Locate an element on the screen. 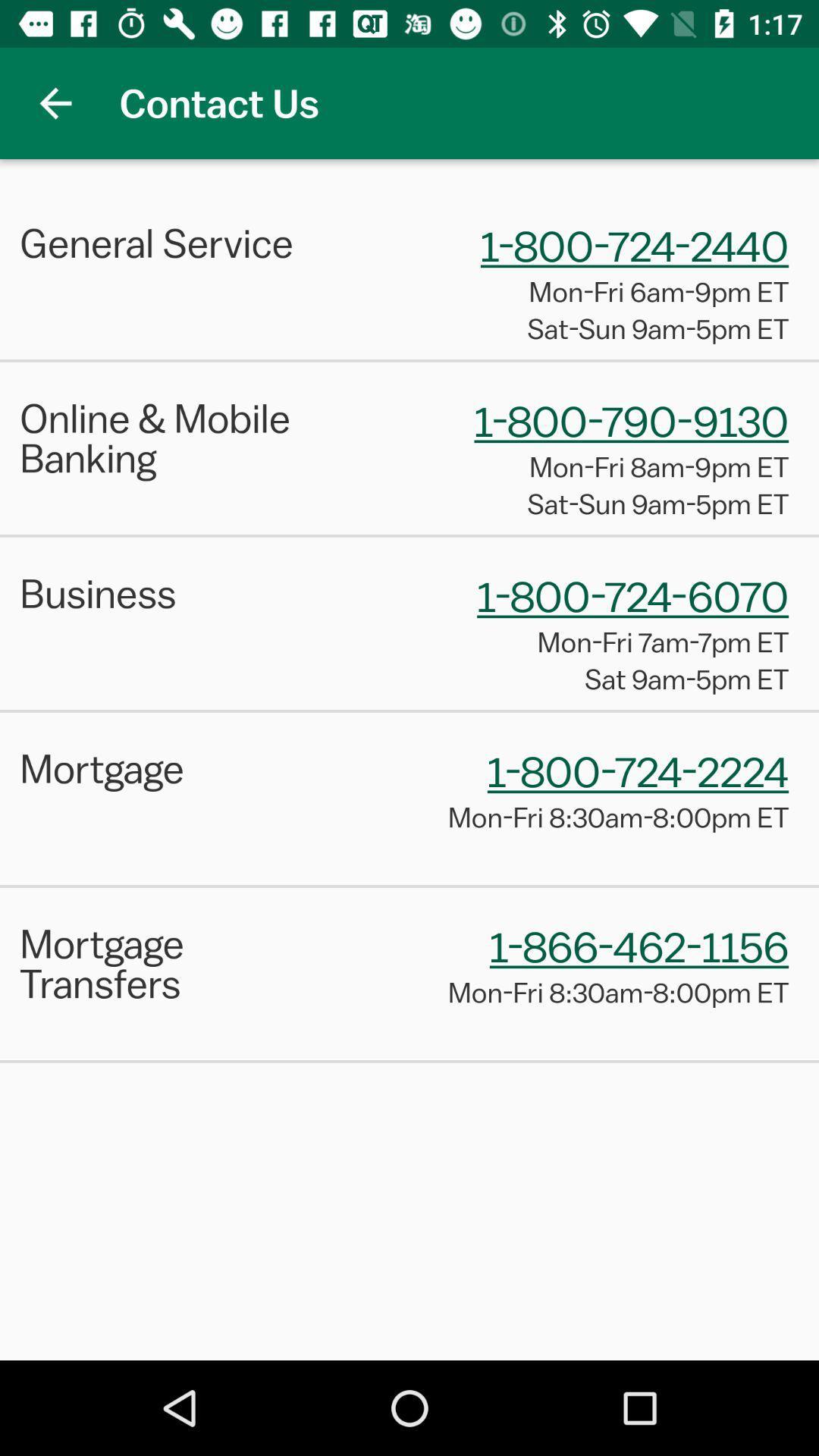 This screenshot has height=1456, width=819. the app next to the contact us item is located at coordinates (55, 102).